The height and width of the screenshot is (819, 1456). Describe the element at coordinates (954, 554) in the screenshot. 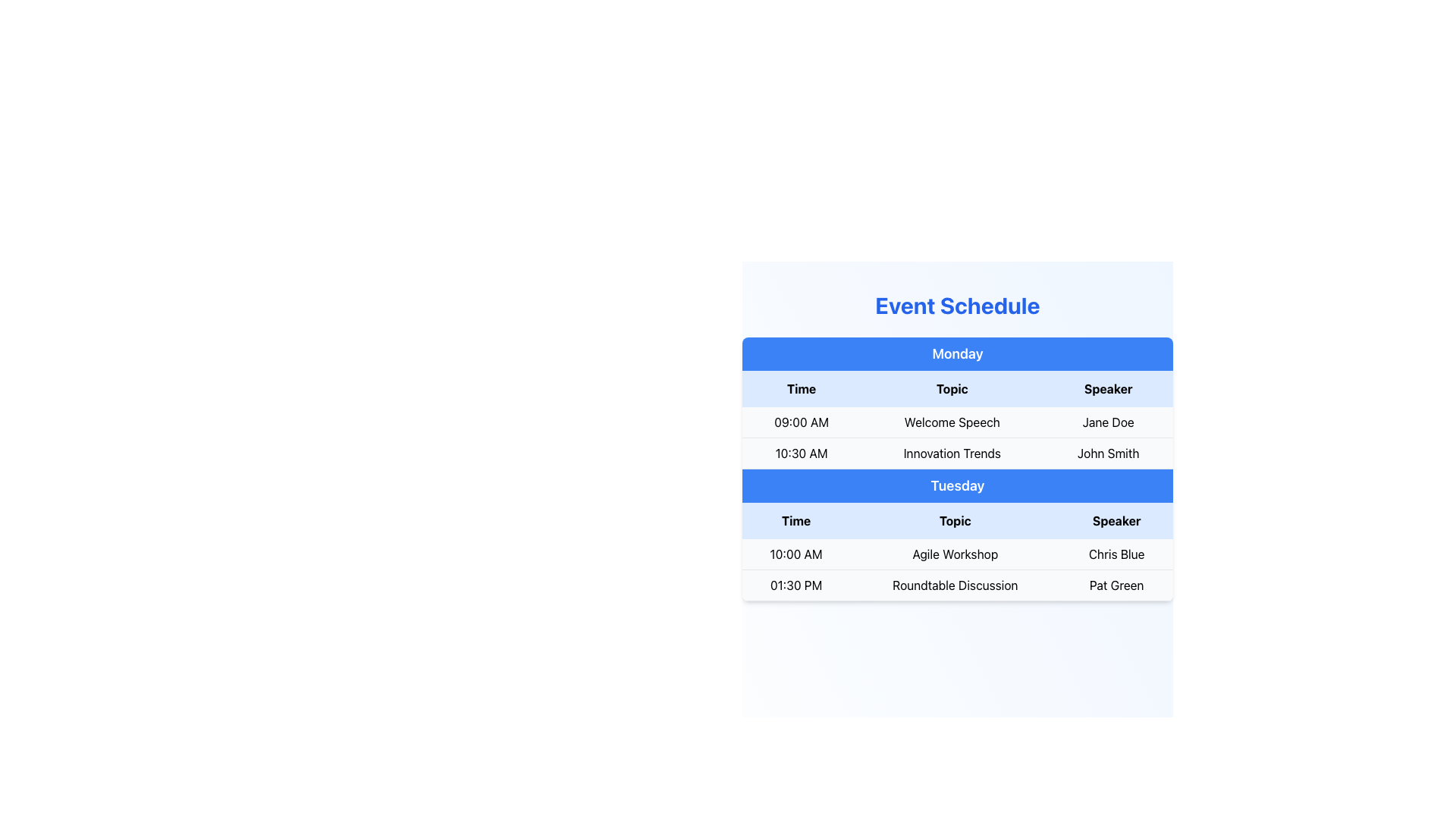

I see `the text display element containing 'Agile Workshop' in the central column of the Tuesday event schedule` at that location.